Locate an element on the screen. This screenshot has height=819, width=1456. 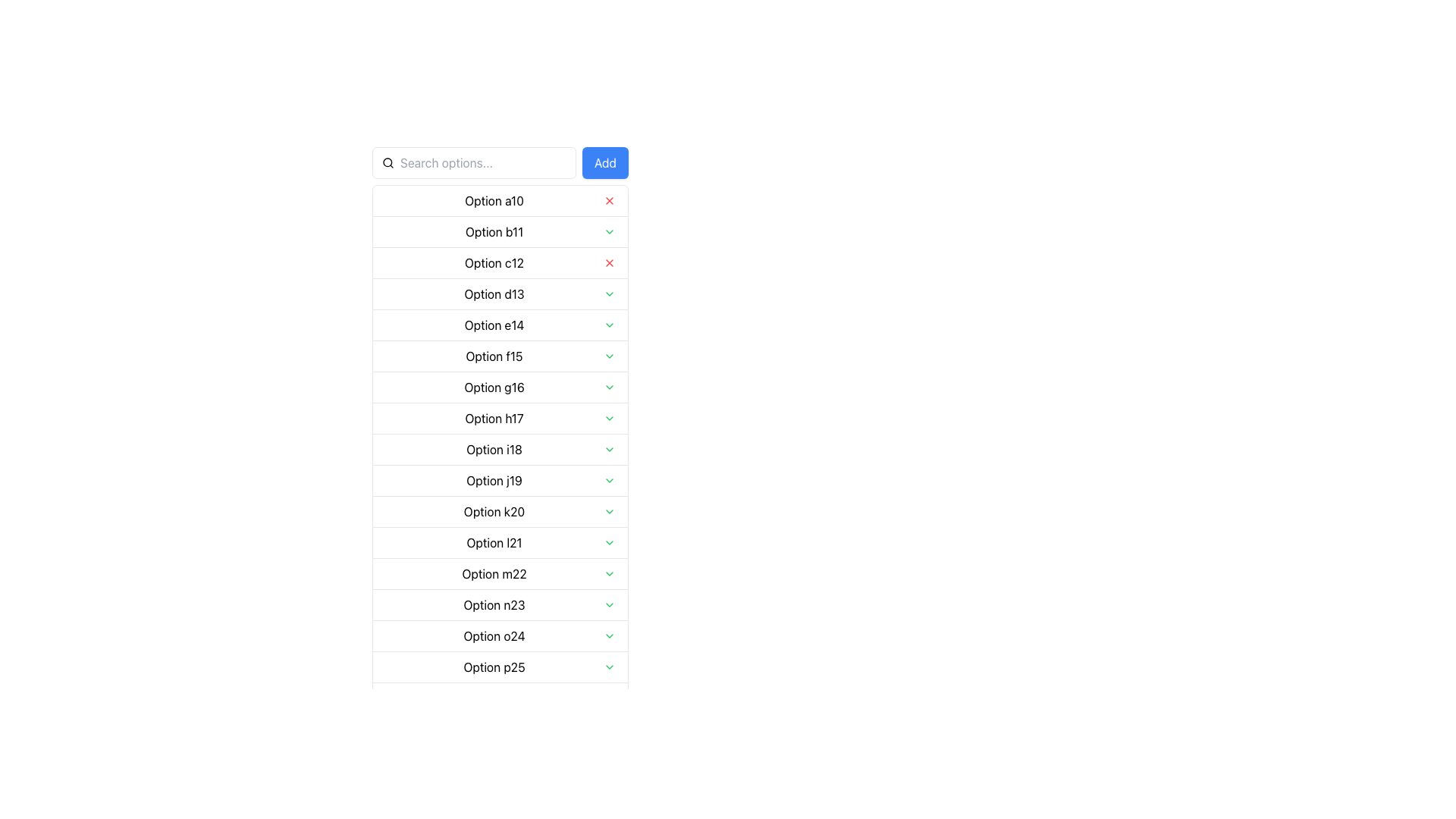
text content of the 'Option p25' text label located at the bottom of the list is located at coordinates (494, 666).